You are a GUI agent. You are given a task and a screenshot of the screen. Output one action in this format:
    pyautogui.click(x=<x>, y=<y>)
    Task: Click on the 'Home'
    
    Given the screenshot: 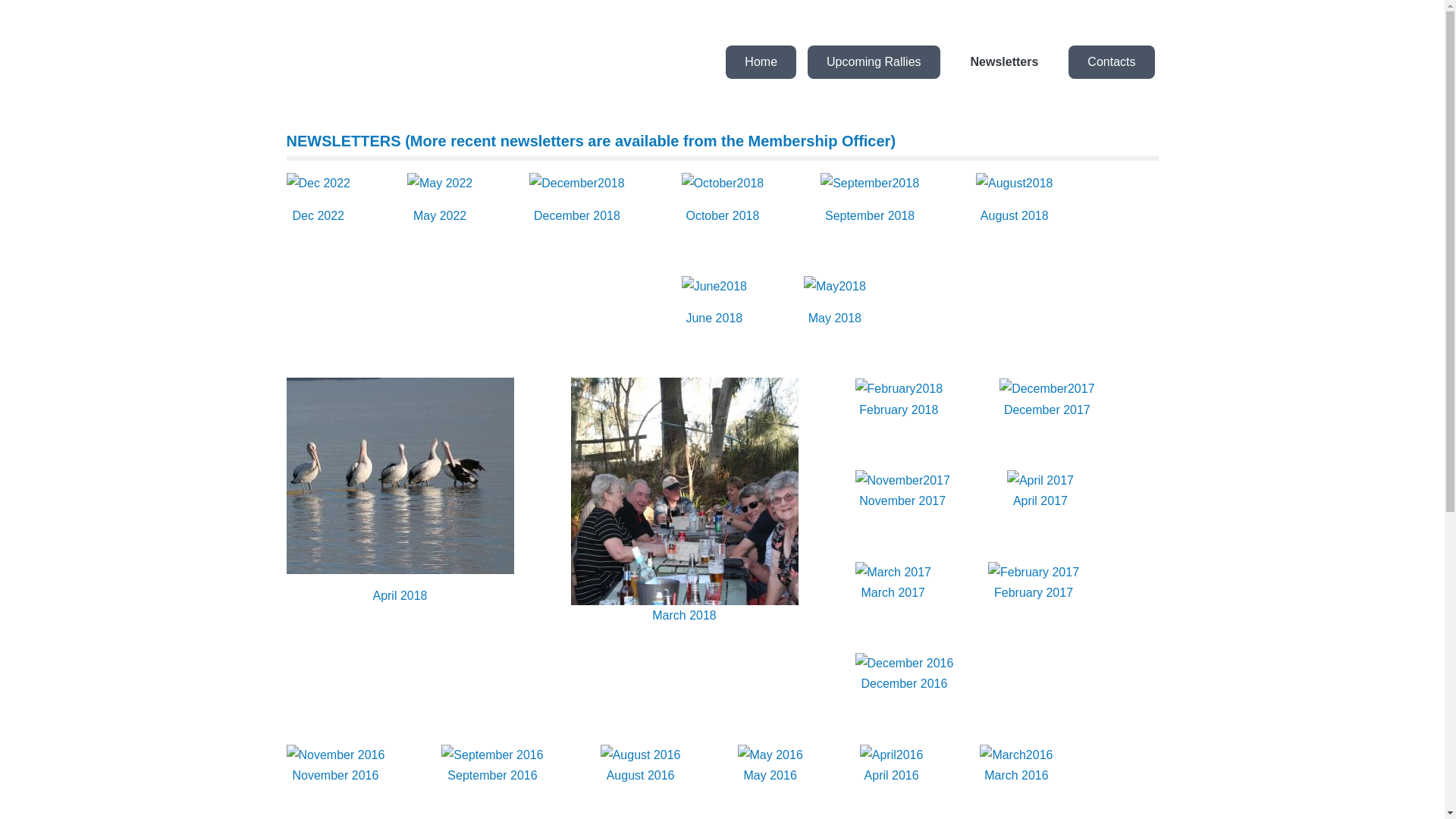 What is the action you would take?
    pyautogui.click(x=761, y=61)
    